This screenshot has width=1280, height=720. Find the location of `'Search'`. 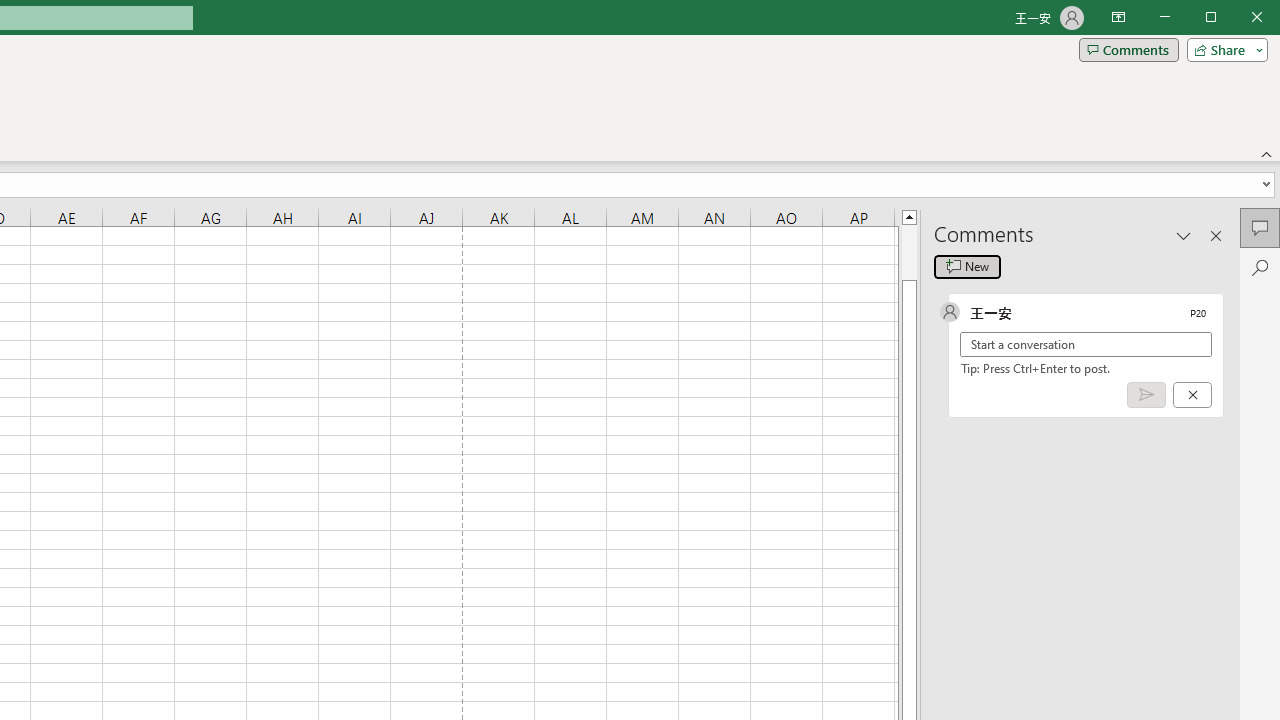

'Search' is located at coordinates (1259, 266).